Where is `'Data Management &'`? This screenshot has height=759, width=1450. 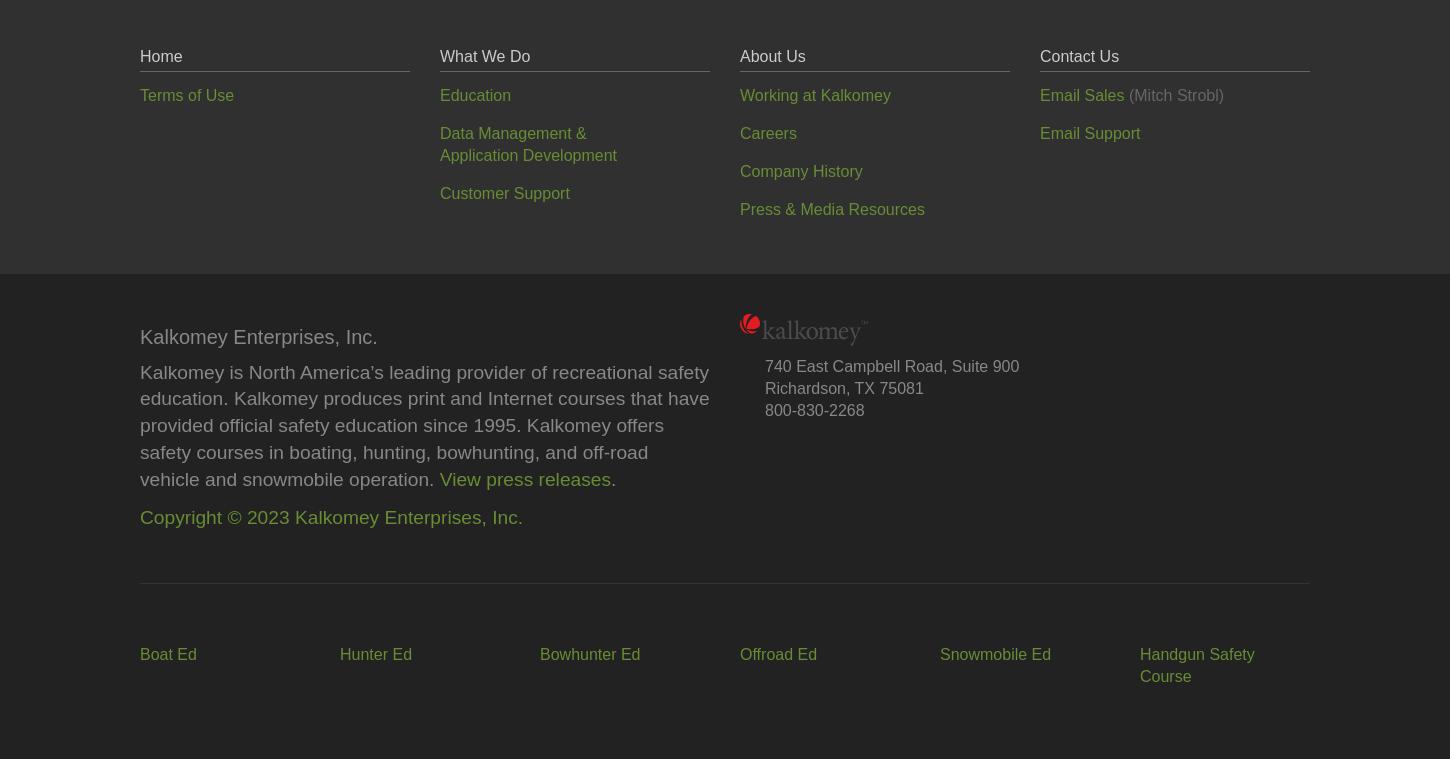
'Data Management &' is located at coordinates (513, 132).